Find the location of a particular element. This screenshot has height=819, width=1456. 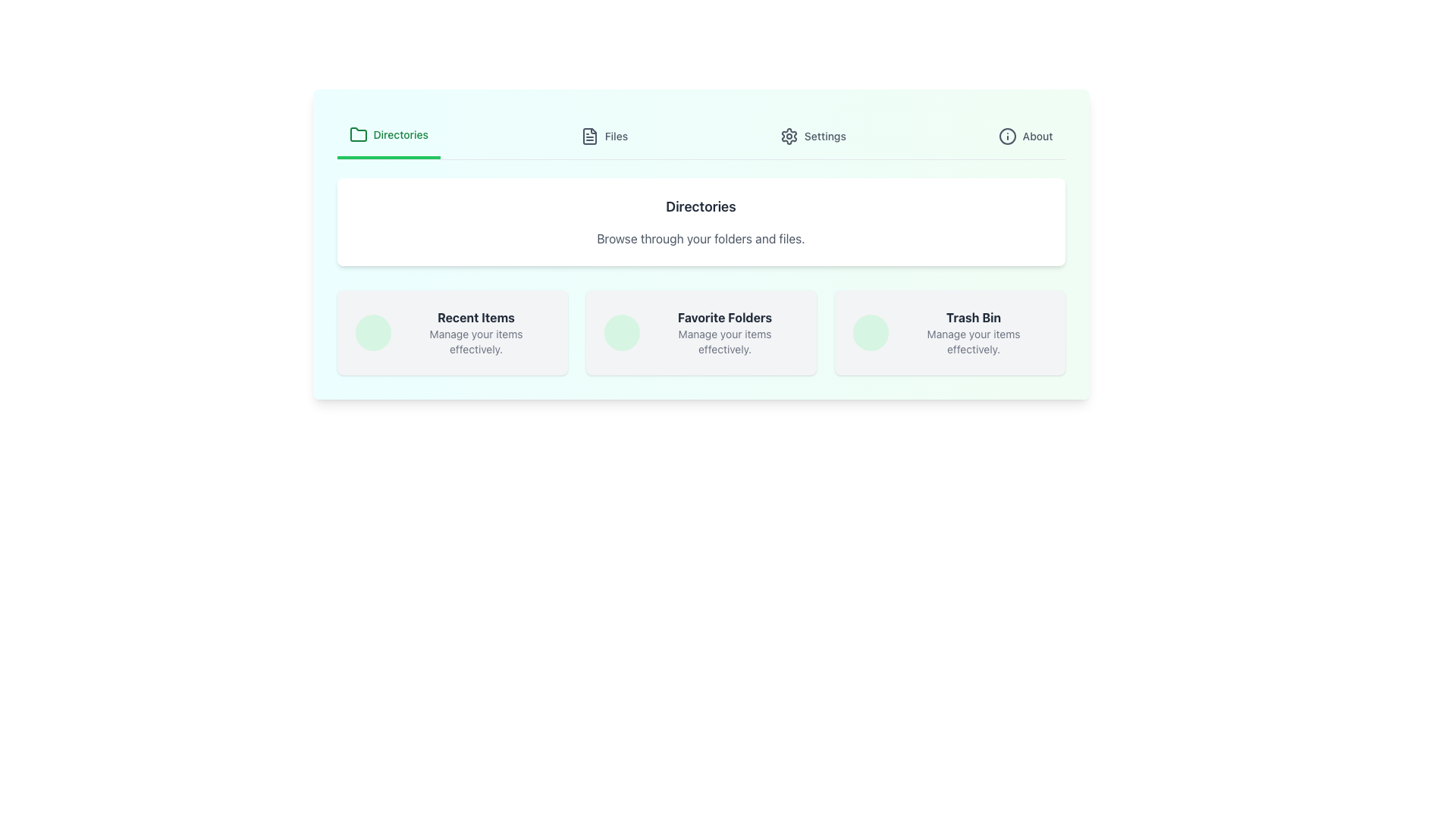

the descriptive subtitle text element located below the 'Recent Items' title, which clarifies the purpose of that section is located at coordinates (475, 342).